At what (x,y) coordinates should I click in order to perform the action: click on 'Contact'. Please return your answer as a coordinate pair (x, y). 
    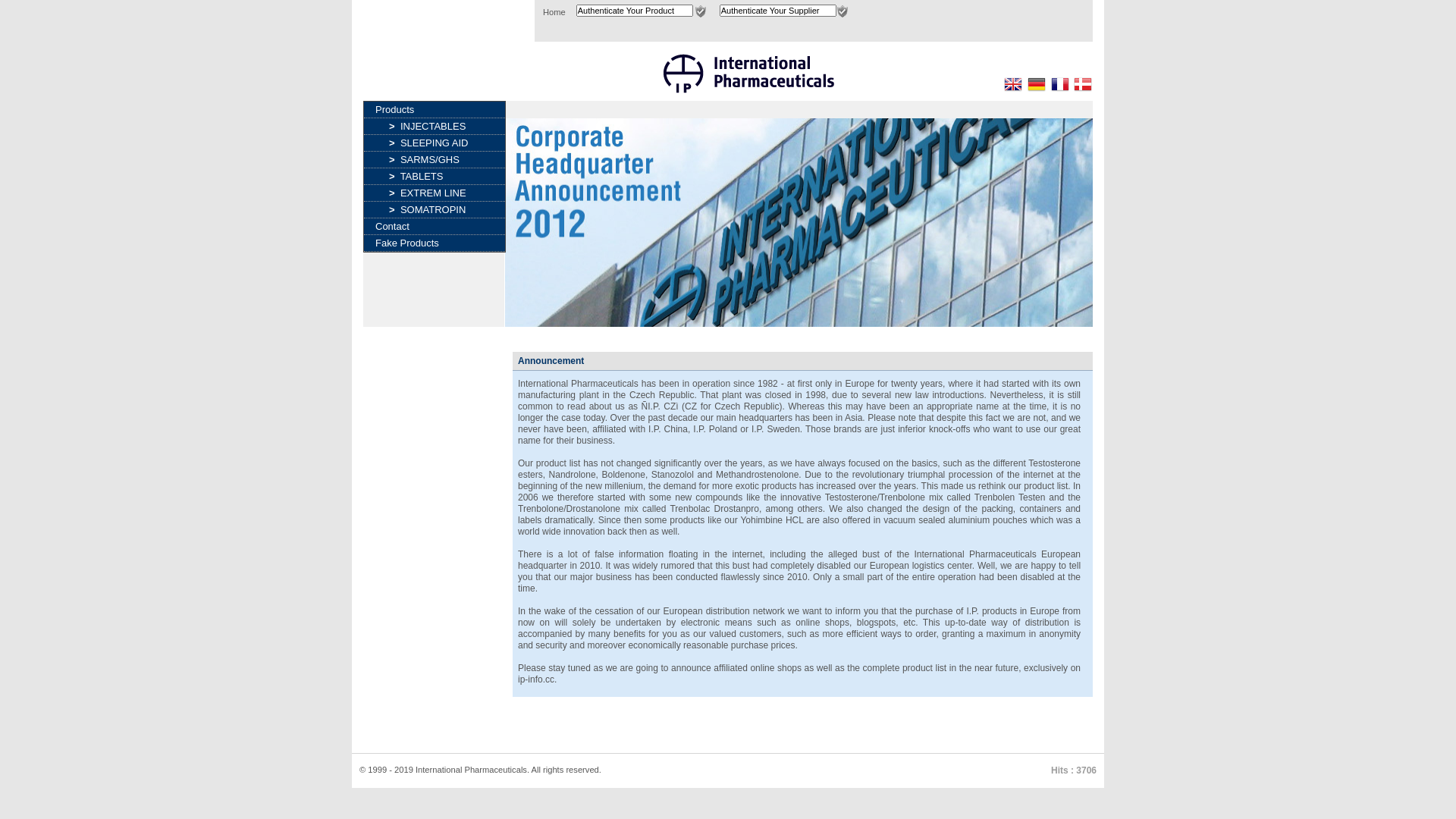
    Looking at the image, I should click on (433, 226).